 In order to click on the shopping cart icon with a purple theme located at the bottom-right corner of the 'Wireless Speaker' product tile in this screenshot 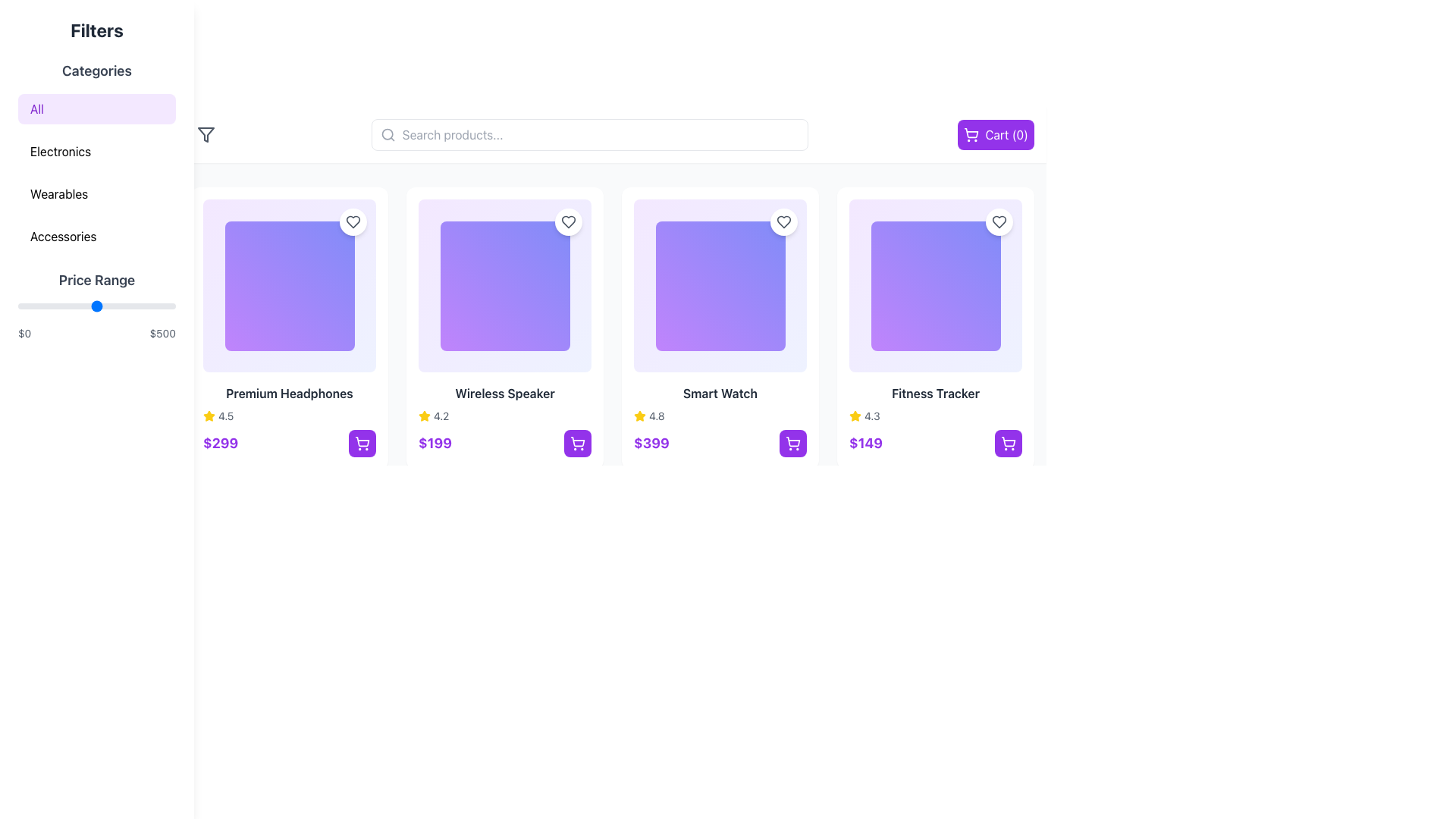, I will do `click(577, 441)`.